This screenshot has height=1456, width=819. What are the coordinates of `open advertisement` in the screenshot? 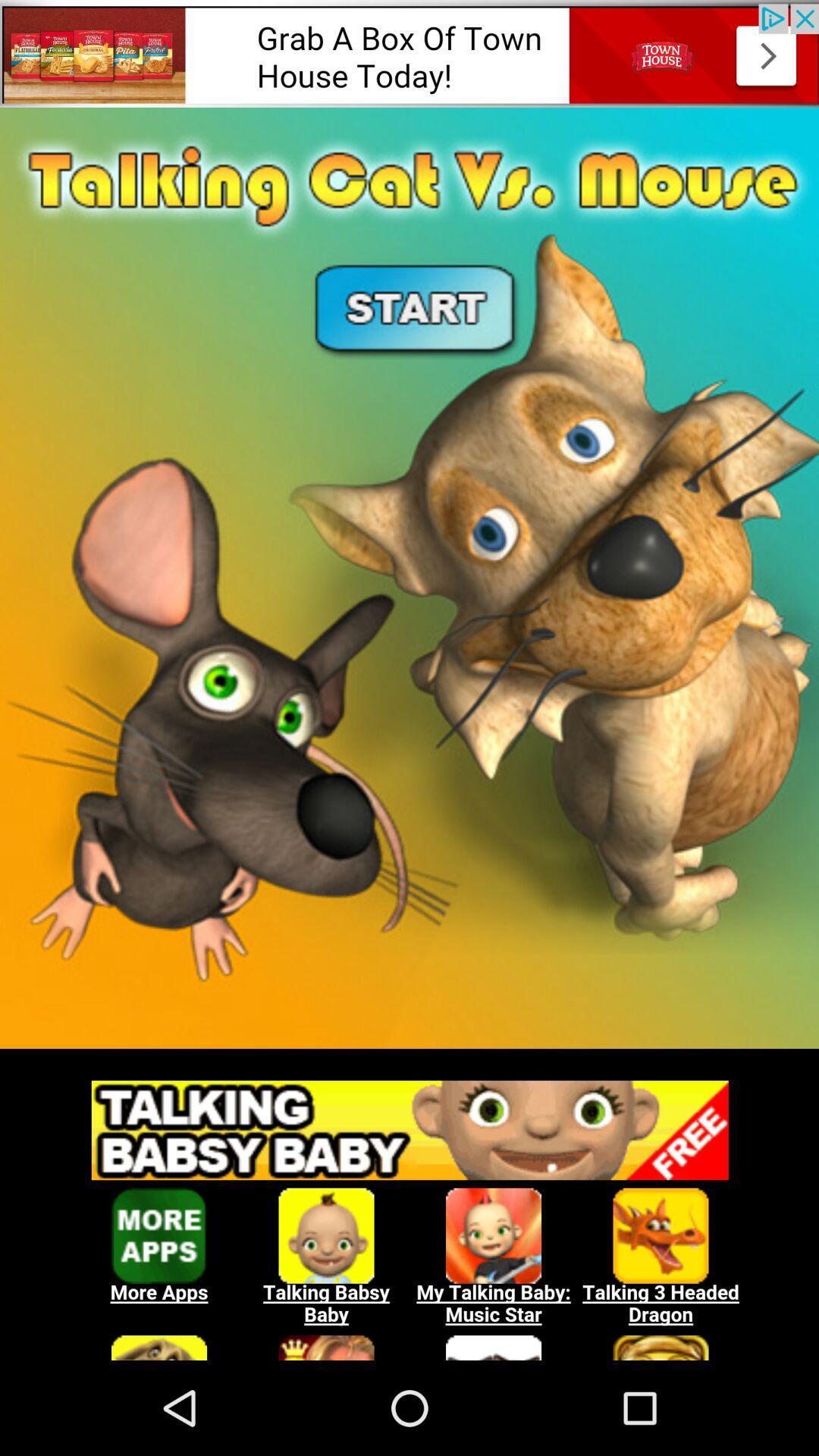 It's located at (409, 53).